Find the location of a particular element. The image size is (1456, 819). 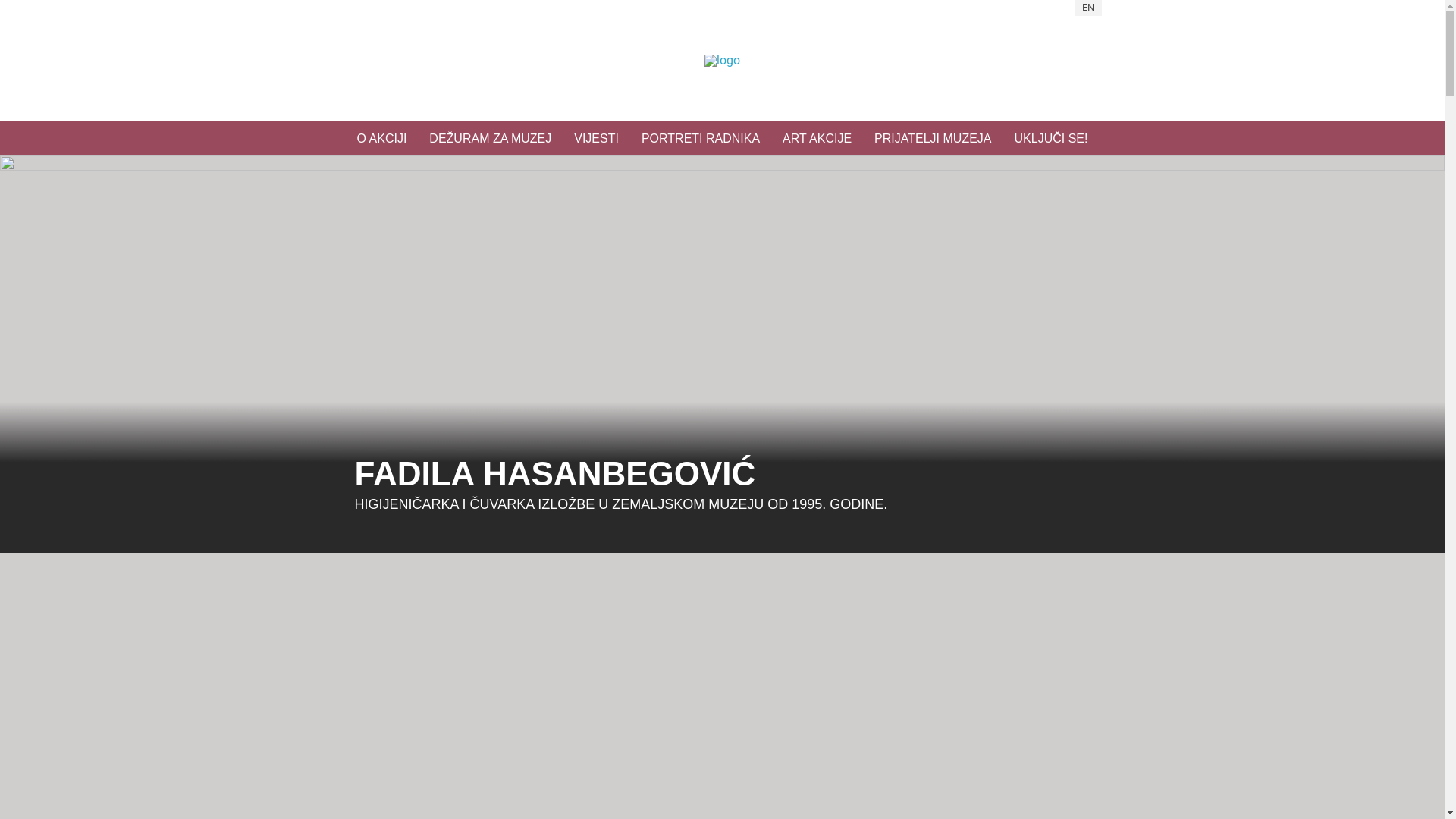

'ART AKCIJE' is located at coordinates (816, 138).